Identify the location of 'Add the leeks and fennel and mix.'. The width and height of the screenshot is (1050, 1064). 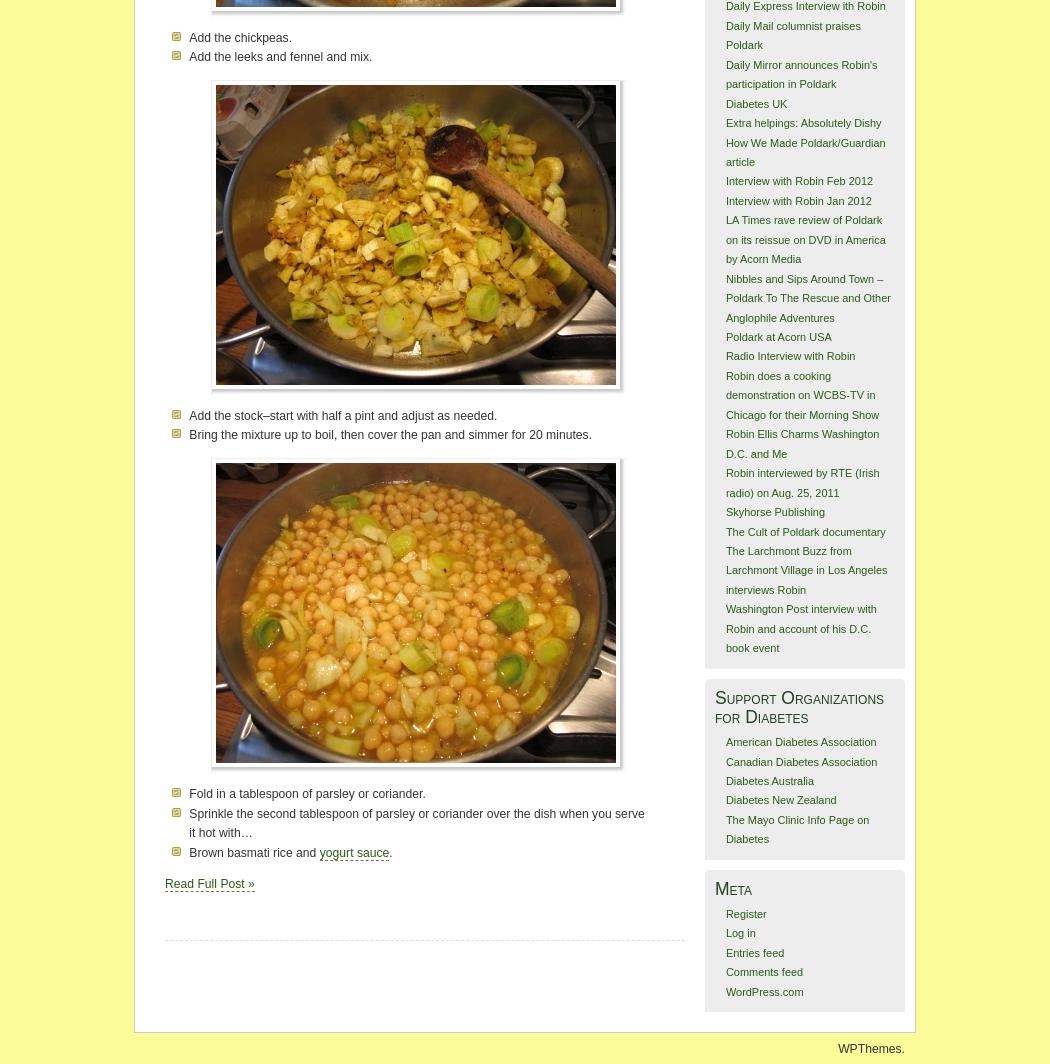
(188, 57).